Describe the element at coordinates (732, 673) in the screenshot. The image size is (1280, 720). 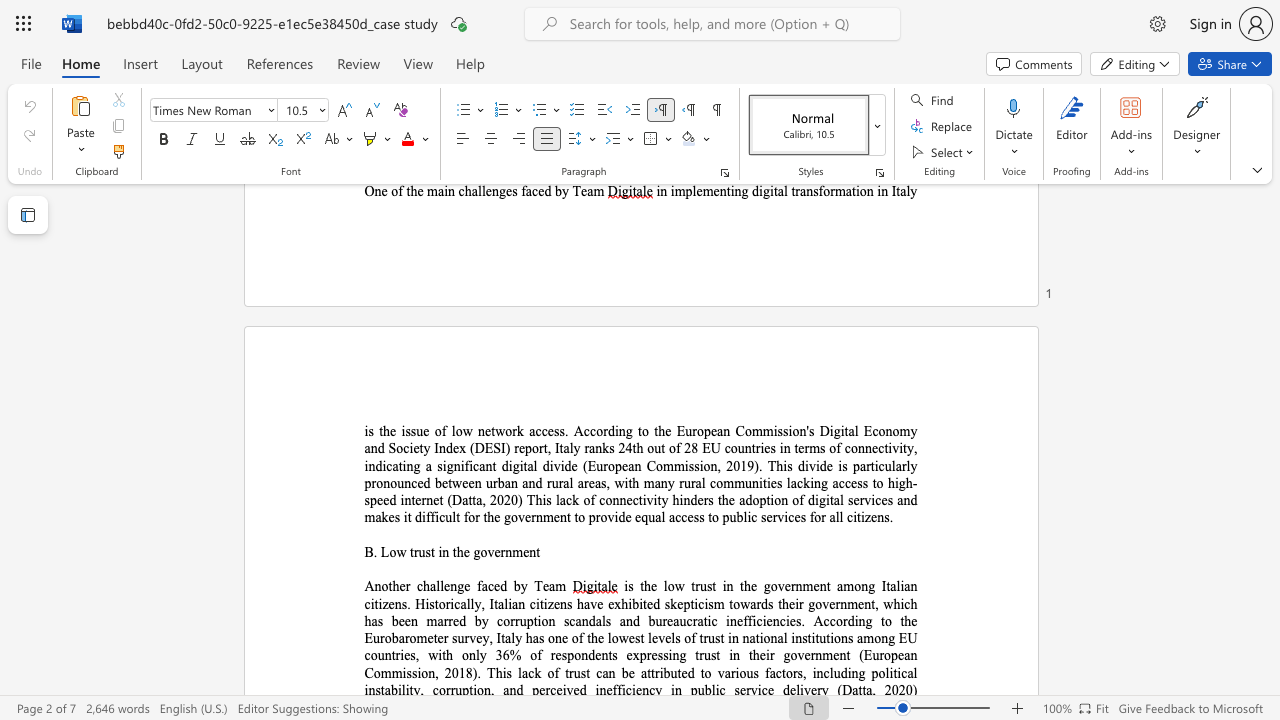
I see `the 1th character "r" in the text` at that location.